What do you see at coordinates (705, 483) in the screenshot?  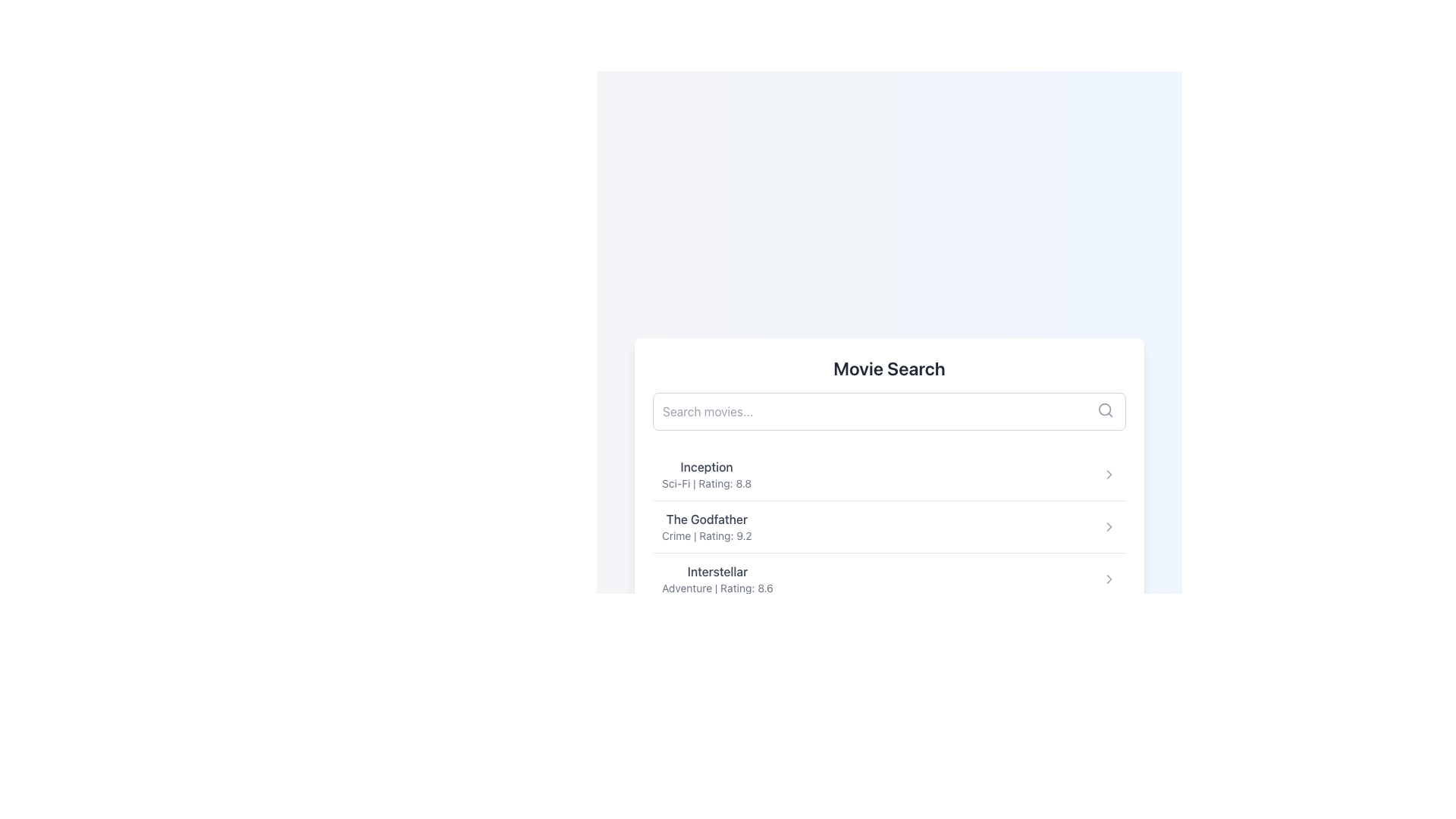 I see `the static text field that provides details about the movie 'Inception', specifically its genre 'Sci-Fi' and rating '8.8', located below the title in the first item of the list` at bounding box center [705, 483].